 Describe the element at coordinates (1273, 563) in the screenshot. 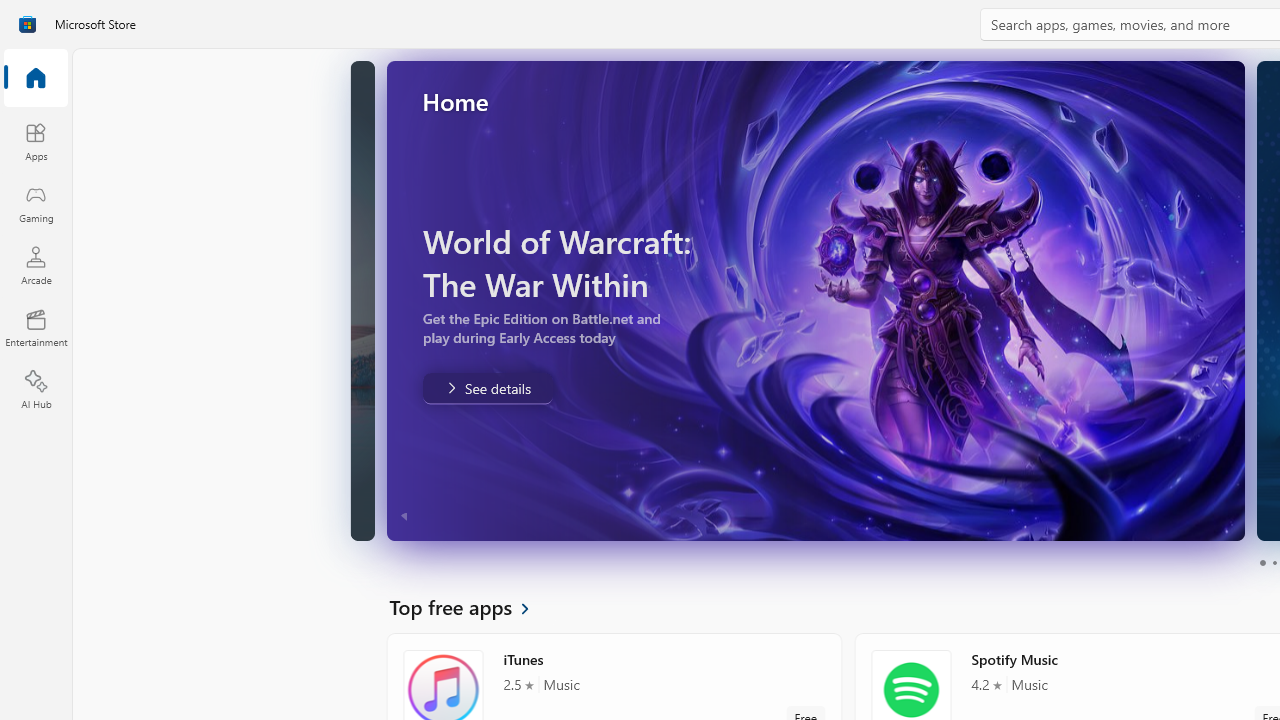

I see `'Page 2'` at that location.